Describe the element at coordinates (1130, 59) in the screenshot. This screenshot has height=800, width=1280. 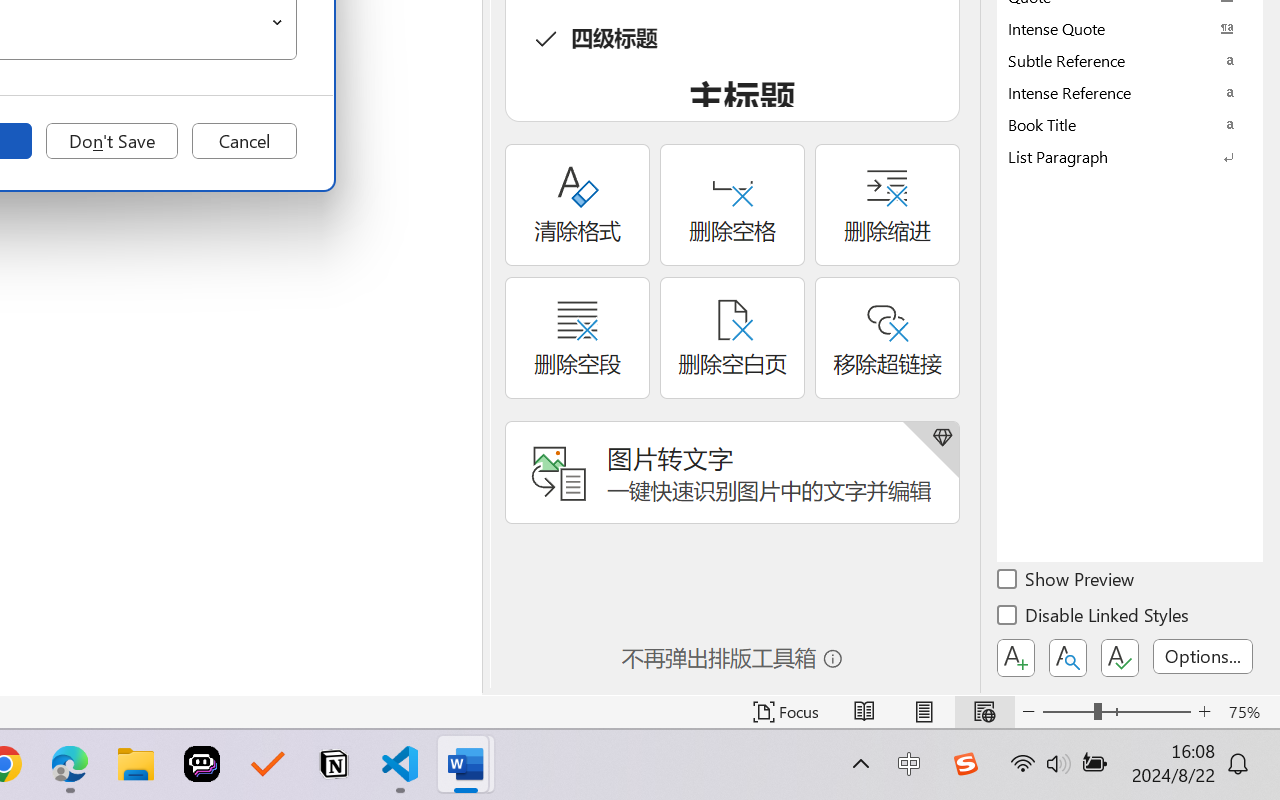
I see `'Subtle Reference'` at that location.